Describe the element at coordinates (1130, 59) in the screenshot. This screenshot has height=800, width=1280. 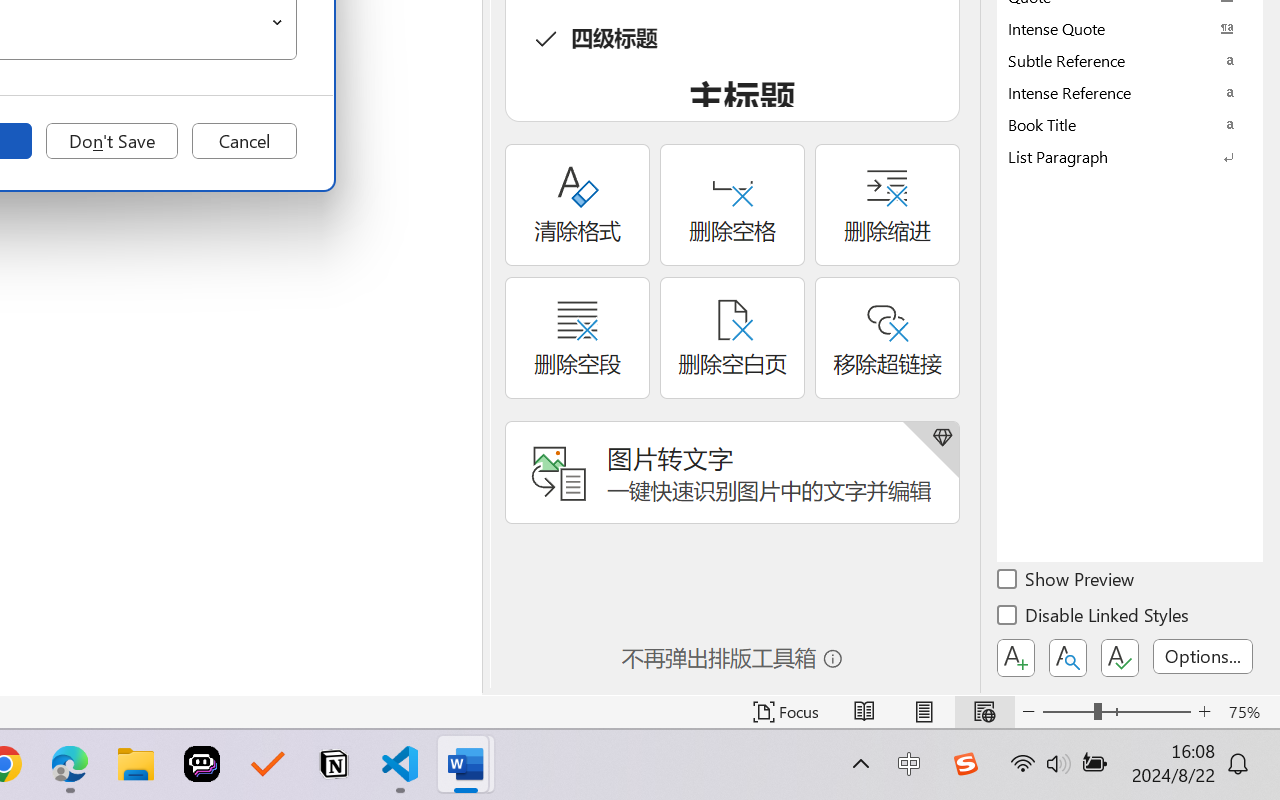
I see `'Subtle Reference'` at that location.